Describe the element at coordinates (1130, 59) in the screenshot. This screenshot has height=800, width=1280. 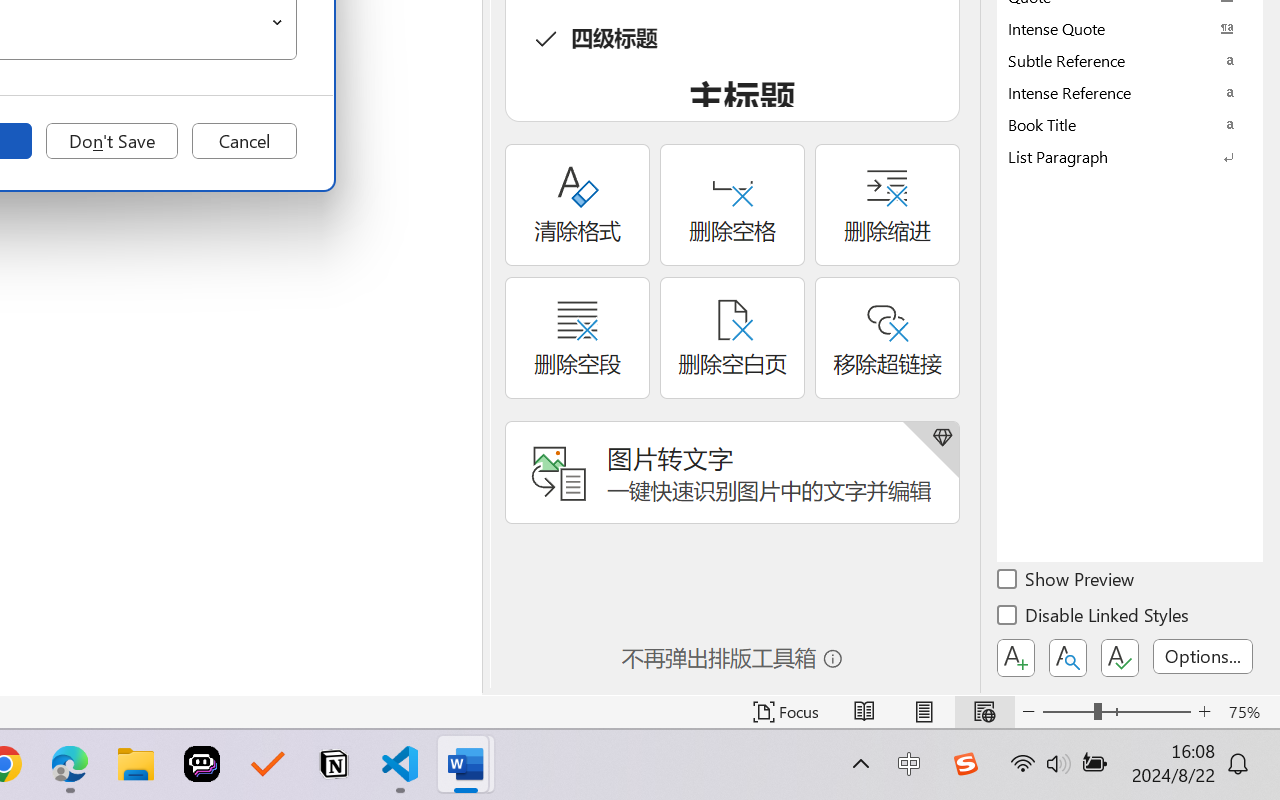
I see `'Subtle Reference'` at that location.